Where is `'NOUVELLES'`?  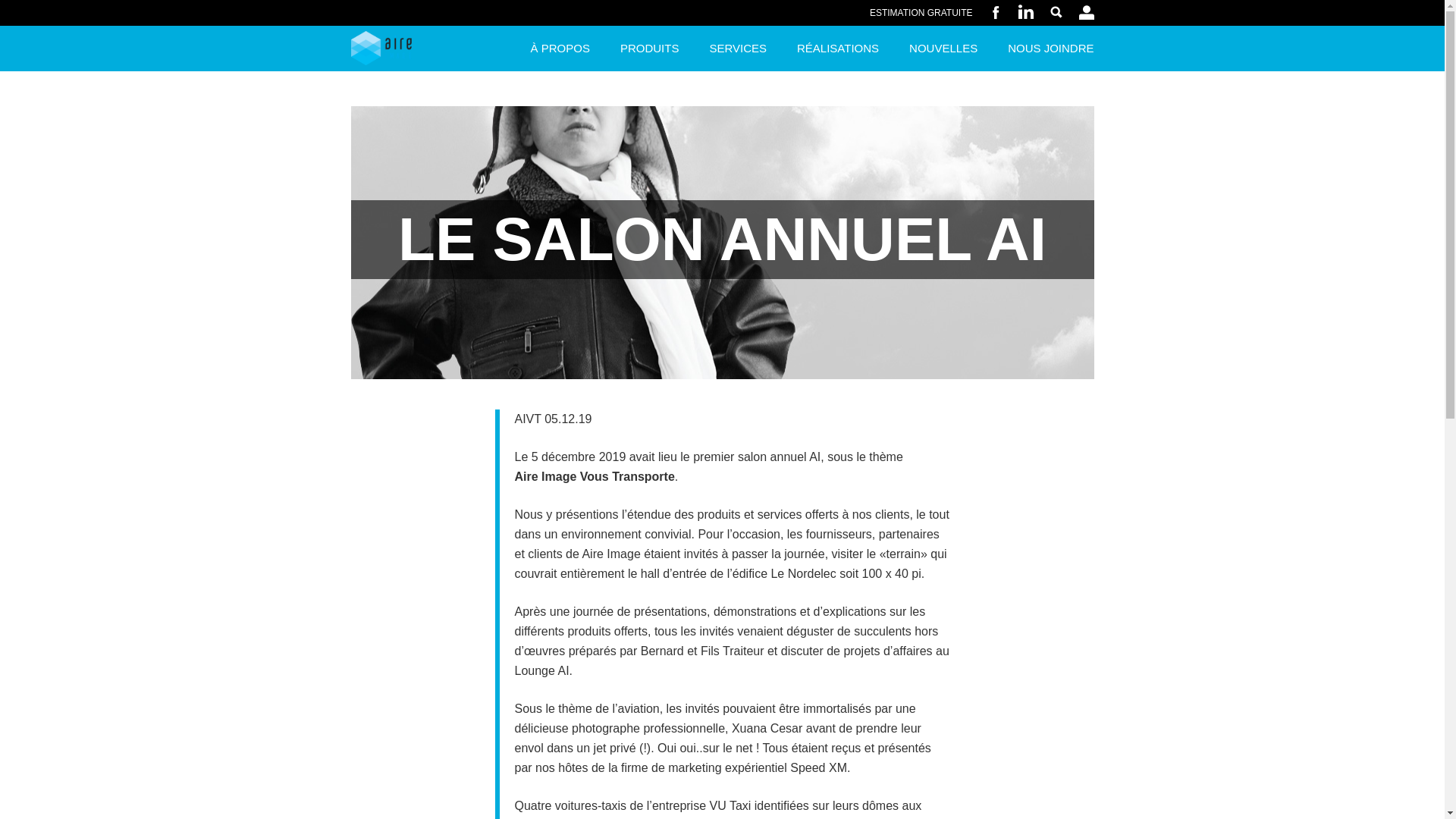 'NOUVELLES' is located at coordinates (942, 48).